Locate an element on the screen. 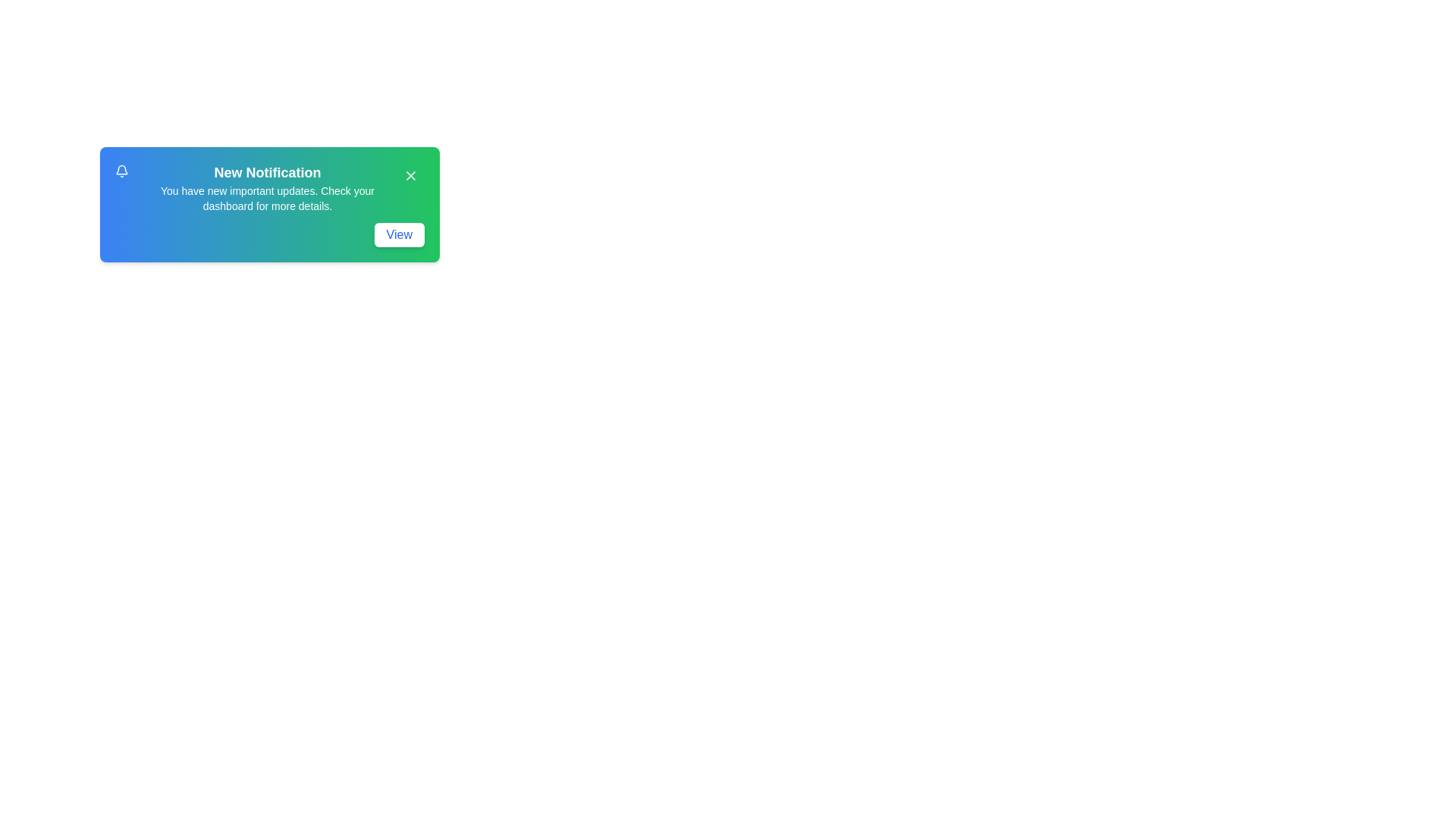 This screenshot has height=819, width=1456. the 'View' button to view details is located at coordinates (399, 234).